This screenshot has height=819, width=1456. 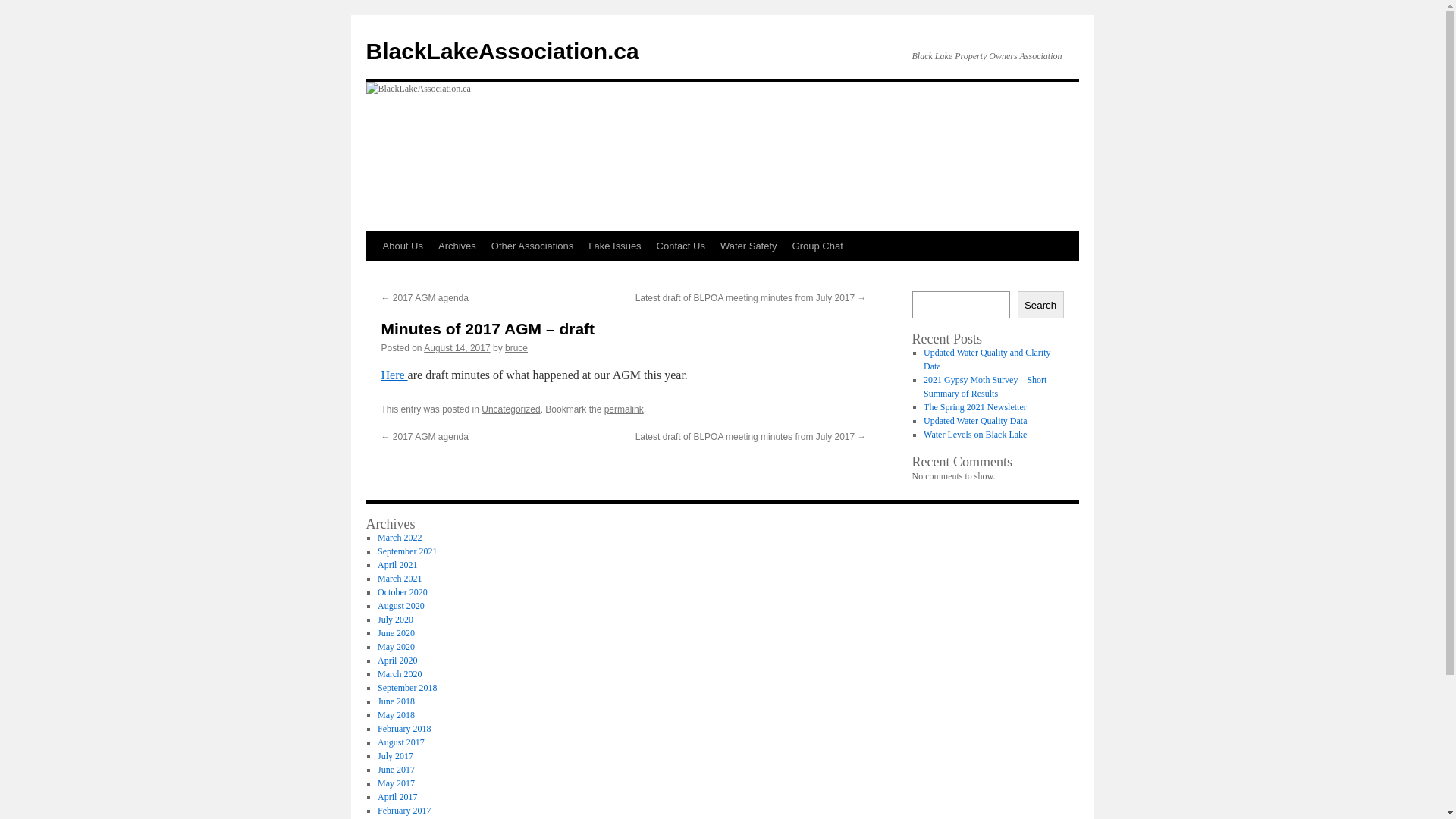 What do you see at coordinates (397, 564) in the screenshot?
I see `'April 2021'` at bounding box center [397, 564].